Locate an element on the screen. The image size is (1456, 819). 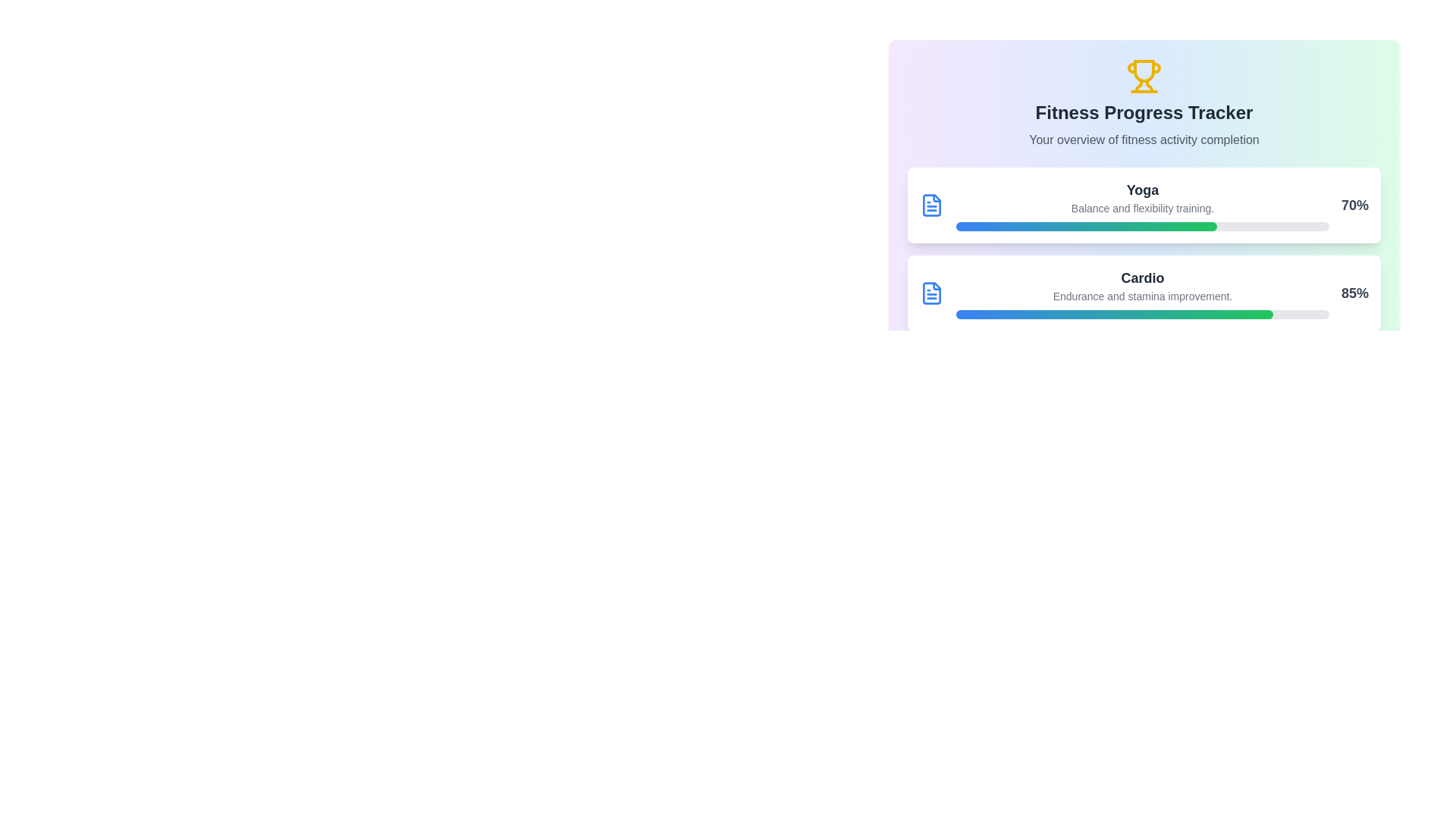
the text element displaying 'Your overview of fitness activity completion', which is styled in gray and located under the heading 'Fitness Progress Tracker' is located at coordinates (1144, 140).